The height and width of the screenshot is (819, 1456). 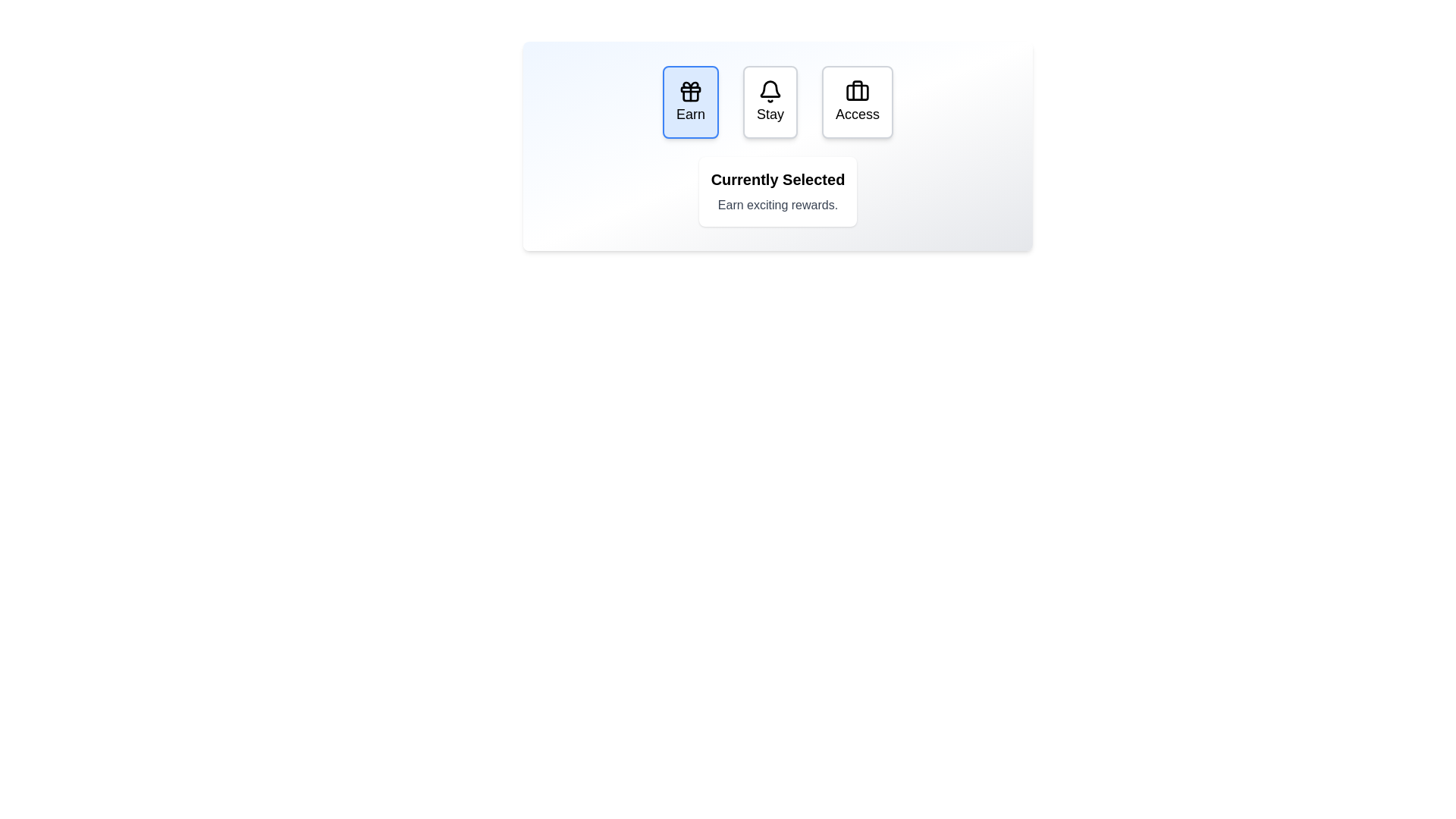 I want to click on decorative icon that represents earning or gifts, positioned at the top center of the 'Earn' card, above the text 'Earn', so click(x=690, y=91).